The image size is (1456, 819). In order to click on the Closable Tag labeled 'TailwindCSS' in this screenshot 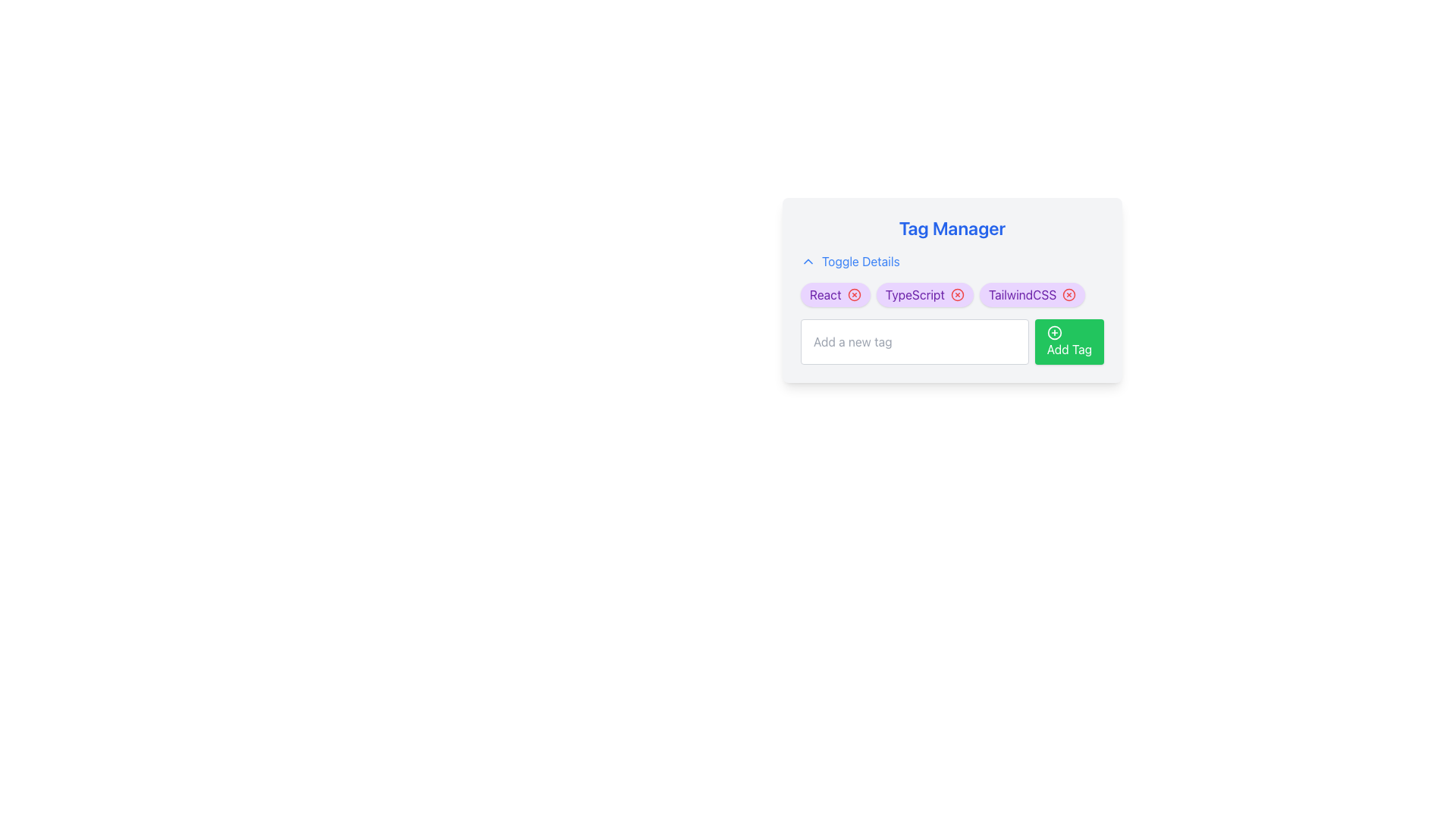, I will do `click(1031, 295)`.